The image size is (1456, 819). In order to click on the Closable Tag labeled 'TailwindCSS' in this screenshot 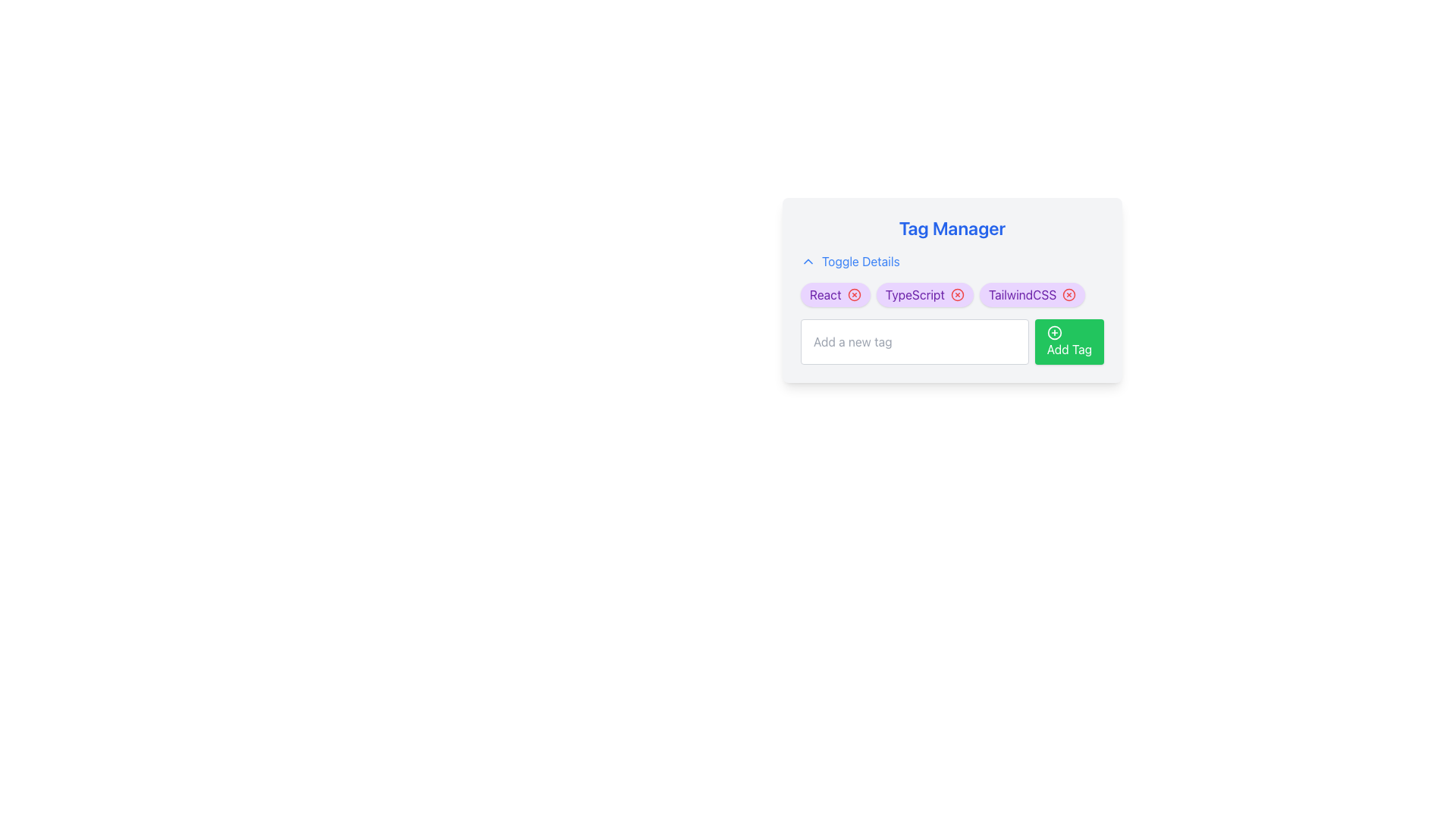, I will do `click(1031, 295)`.